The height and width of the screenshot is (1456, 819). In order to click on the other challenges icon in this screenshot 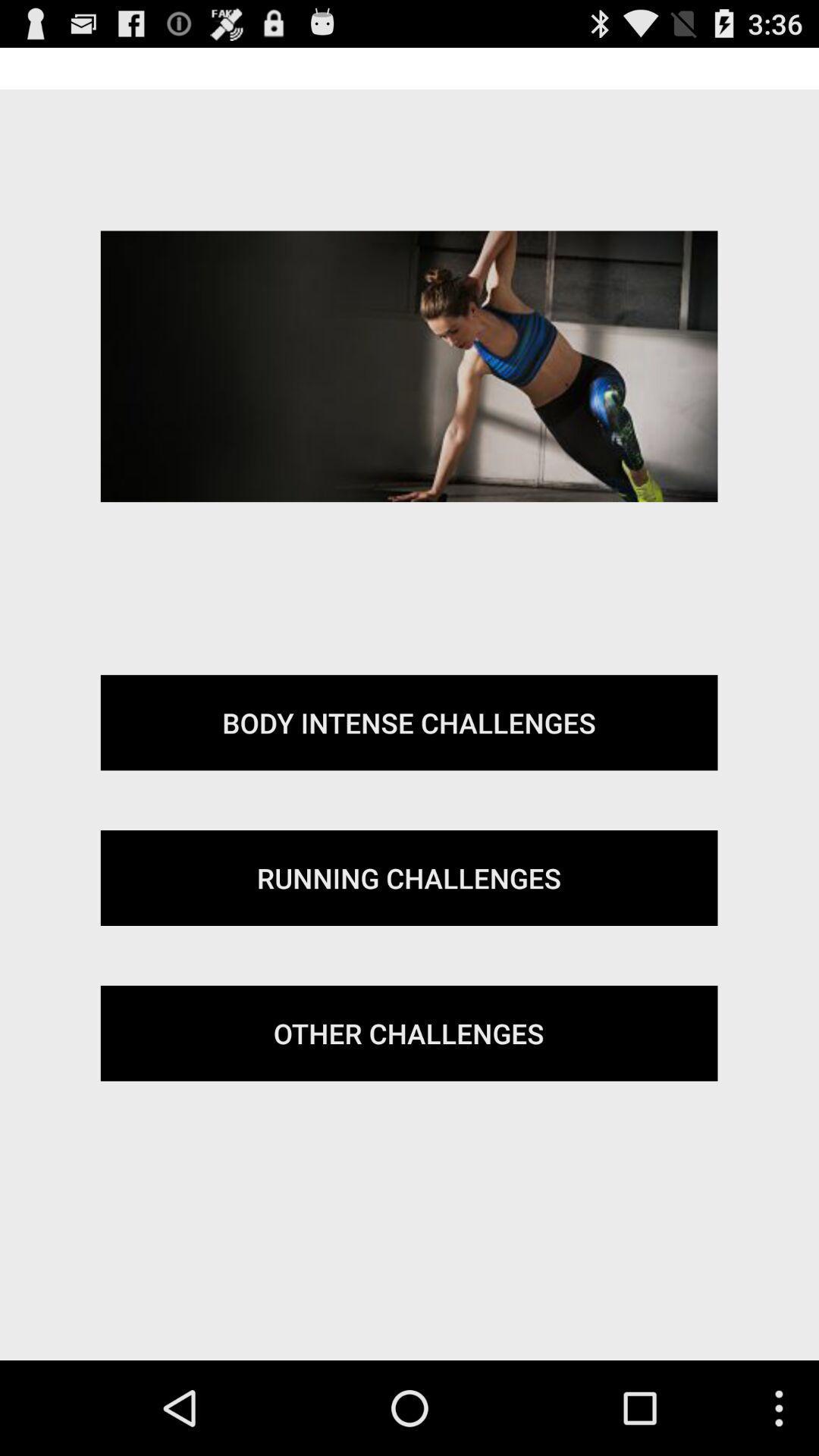, I will do `click(408, 1032)`.